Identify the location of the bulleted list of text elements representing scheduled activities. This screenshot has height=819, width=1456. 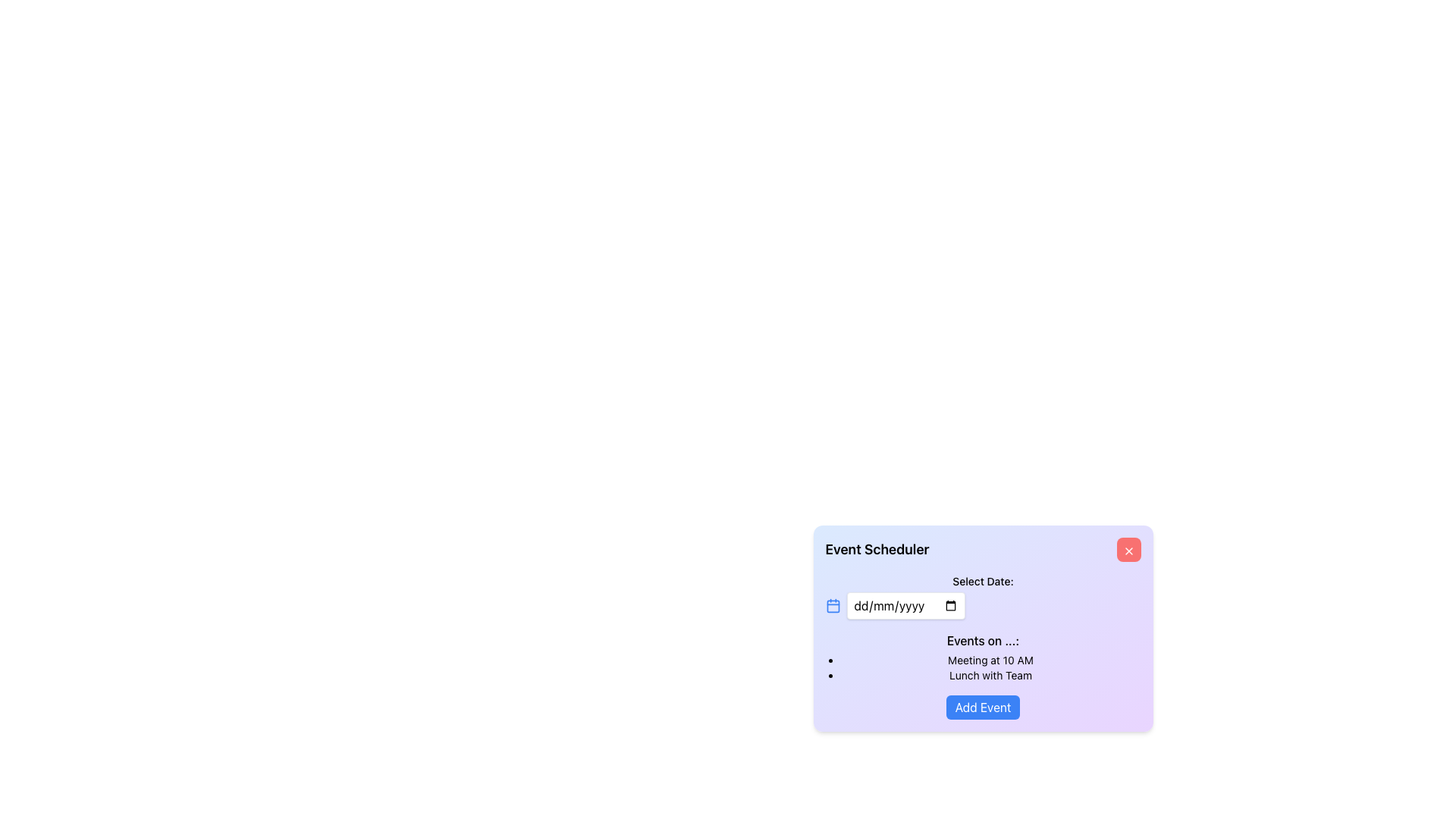
(983, 667).